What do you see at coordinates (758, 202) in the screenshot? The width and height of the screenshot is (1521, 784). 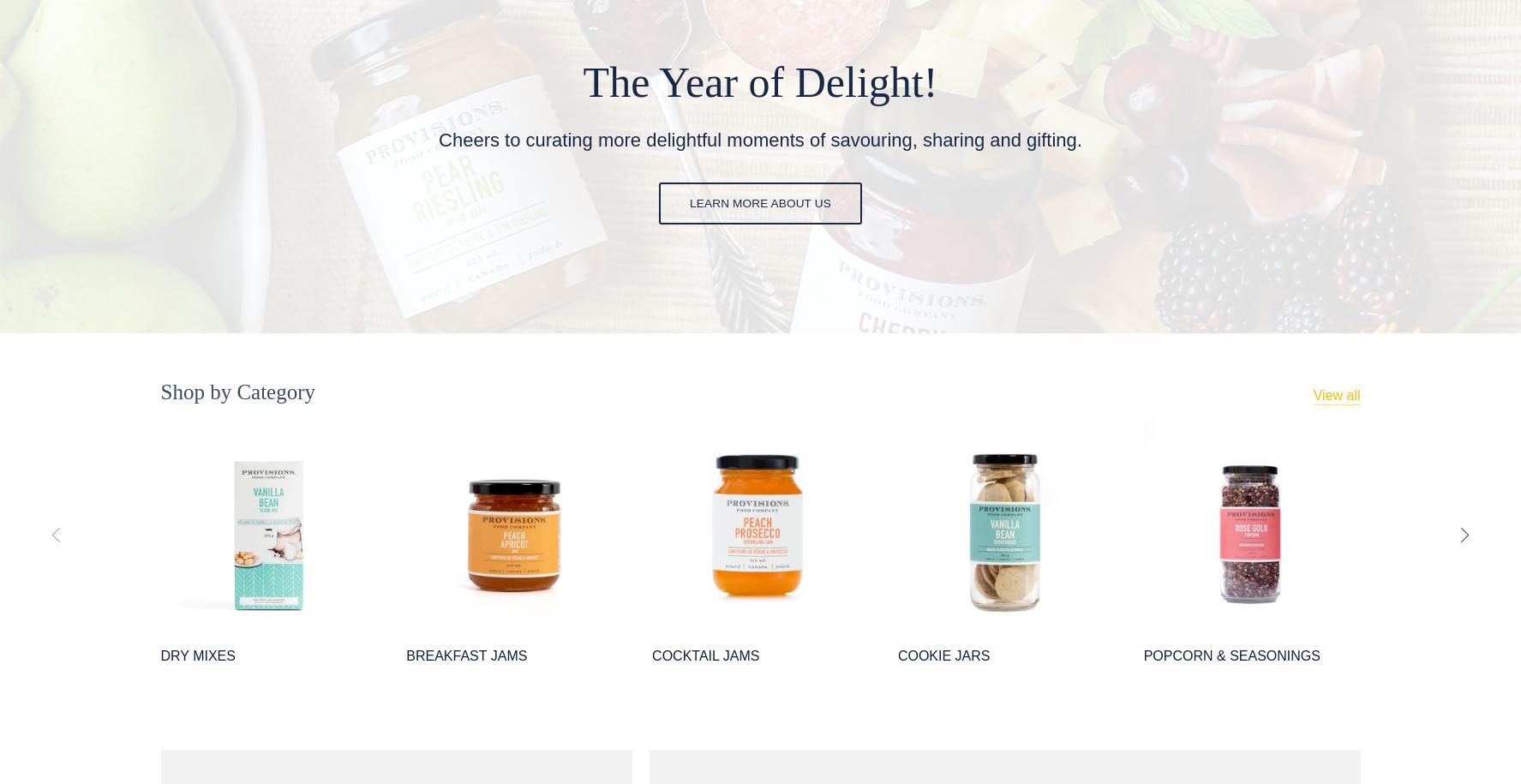 I see `'Learn More About Us'` at bounding box center [758, 202].